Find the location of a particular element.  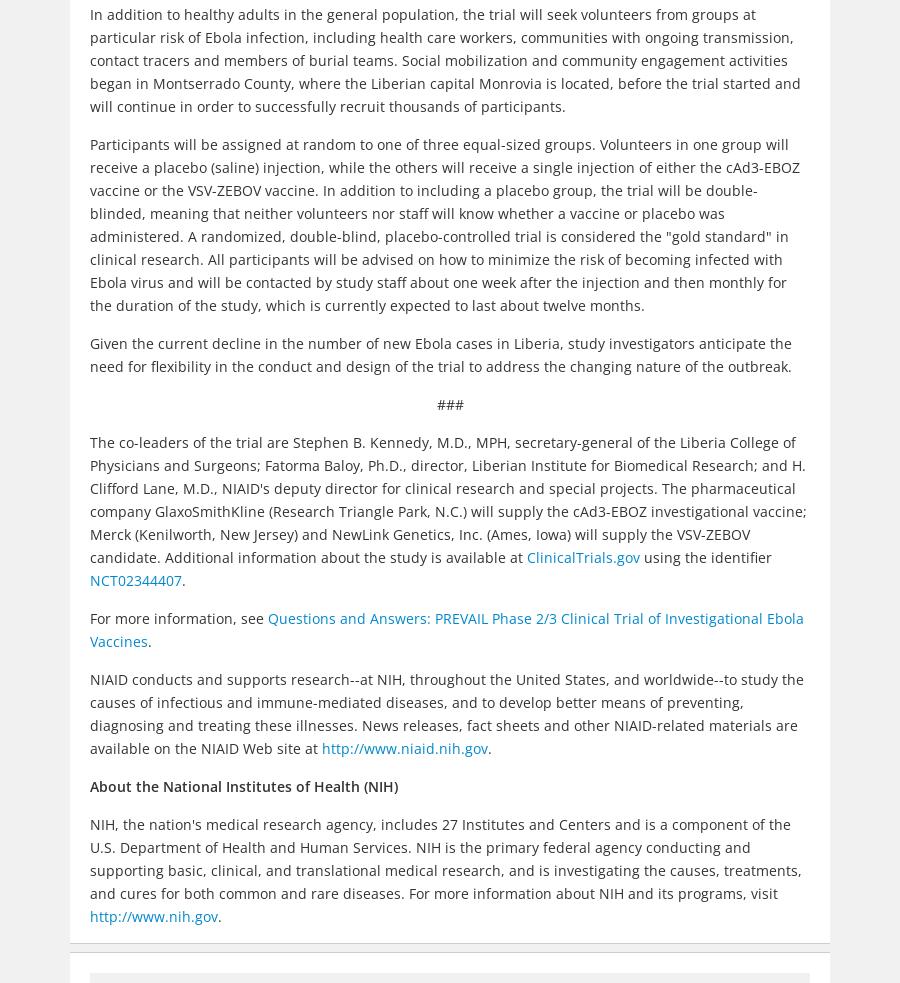

'ClinicalTrials.gov' is located at coordinates (583, 557).